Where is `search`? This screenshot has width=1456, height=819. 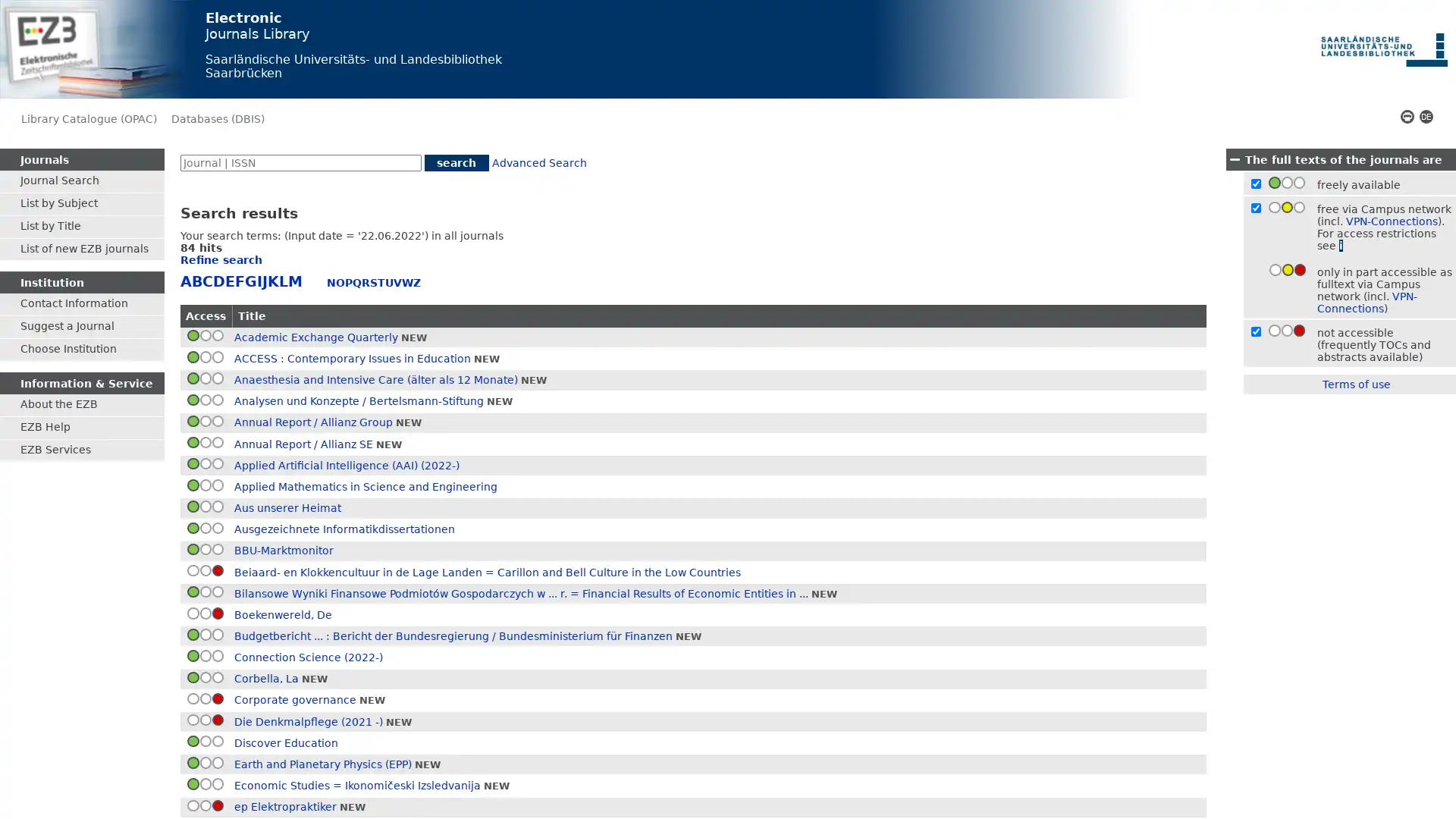
search is located at coordinates (455, 163).